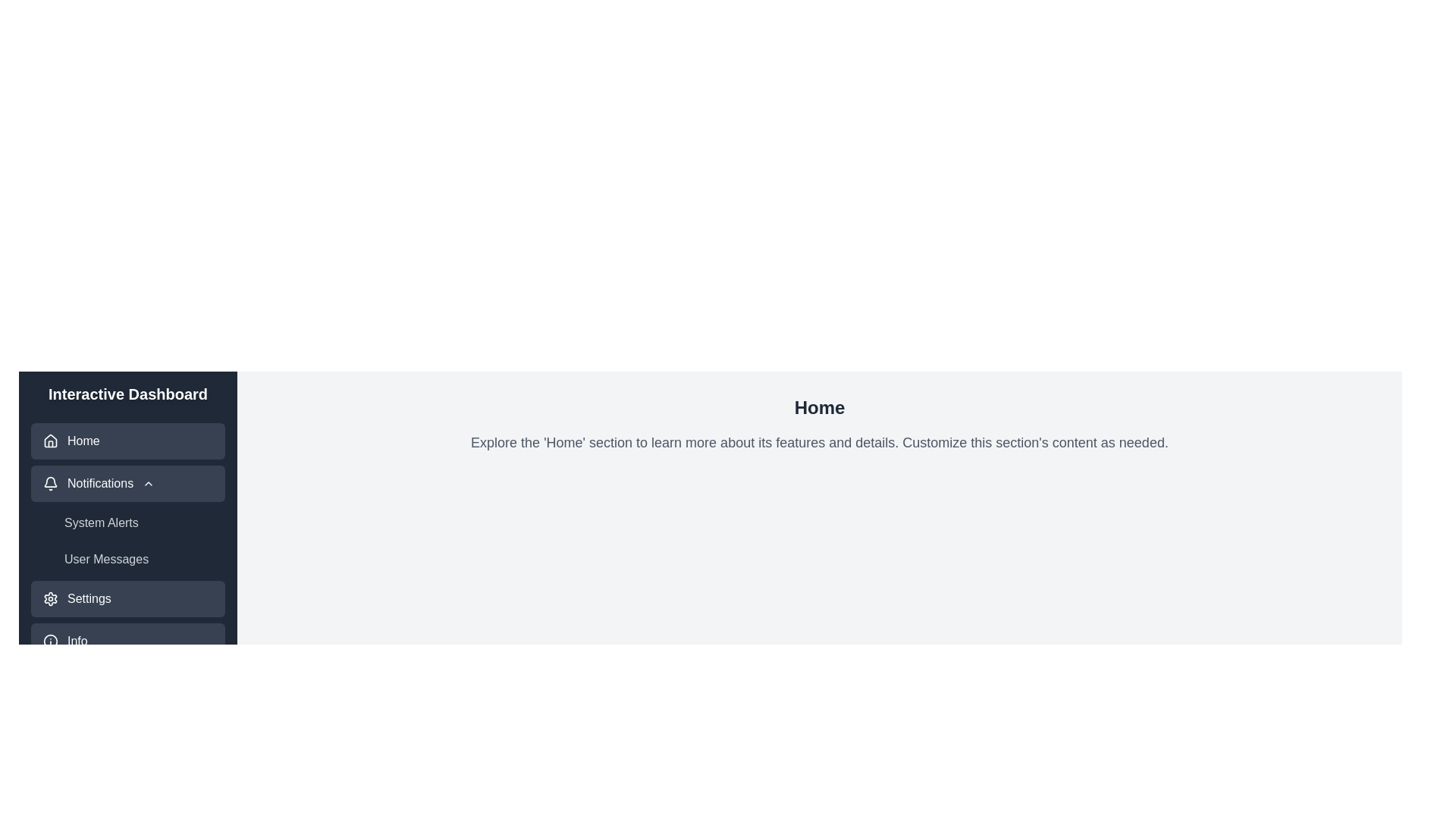 The width and height of the screenshot is (1456, 819). I want to click on the SVG circle element that serves as a graphical component of the 'Info' menu item in the sidebar, so click(51, 641).